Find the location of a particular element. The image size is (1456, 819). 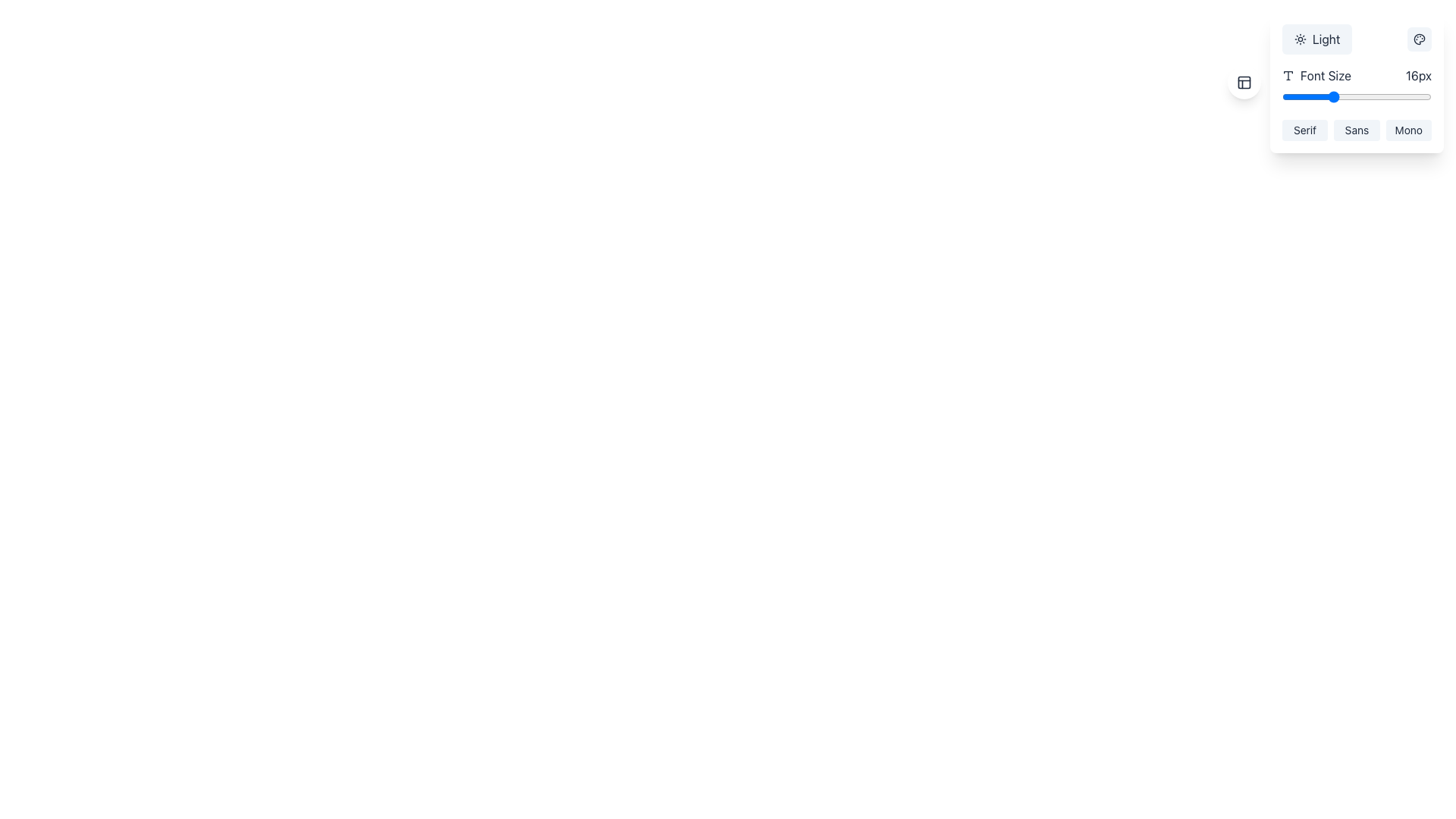

the font size is located at coordinates (1418, 96).